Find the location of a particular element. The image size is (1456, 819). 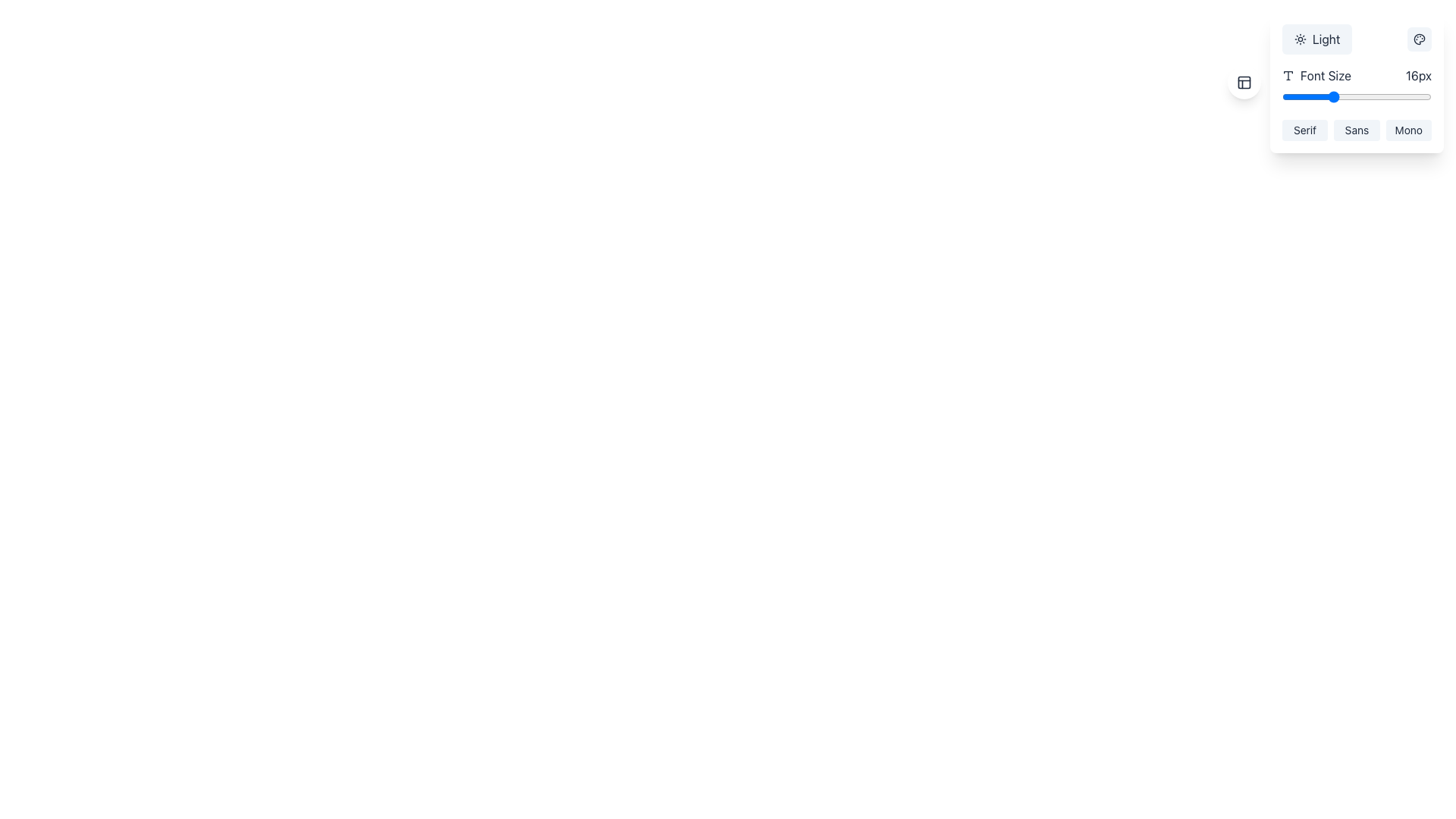

the font size is located at coordinates (1418, 96).